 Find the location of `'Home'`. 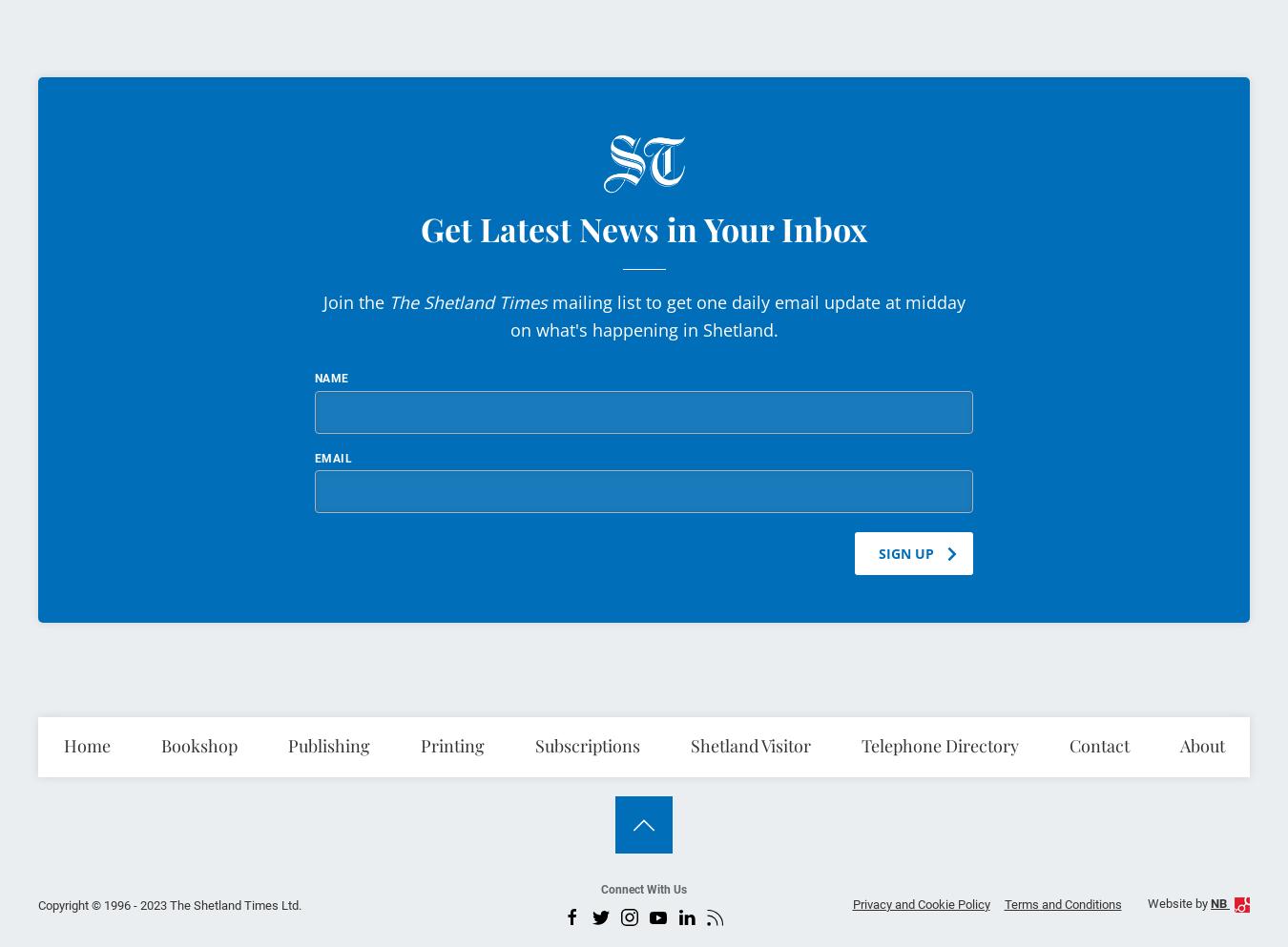

'Home' is located at coordinates (85, 744).